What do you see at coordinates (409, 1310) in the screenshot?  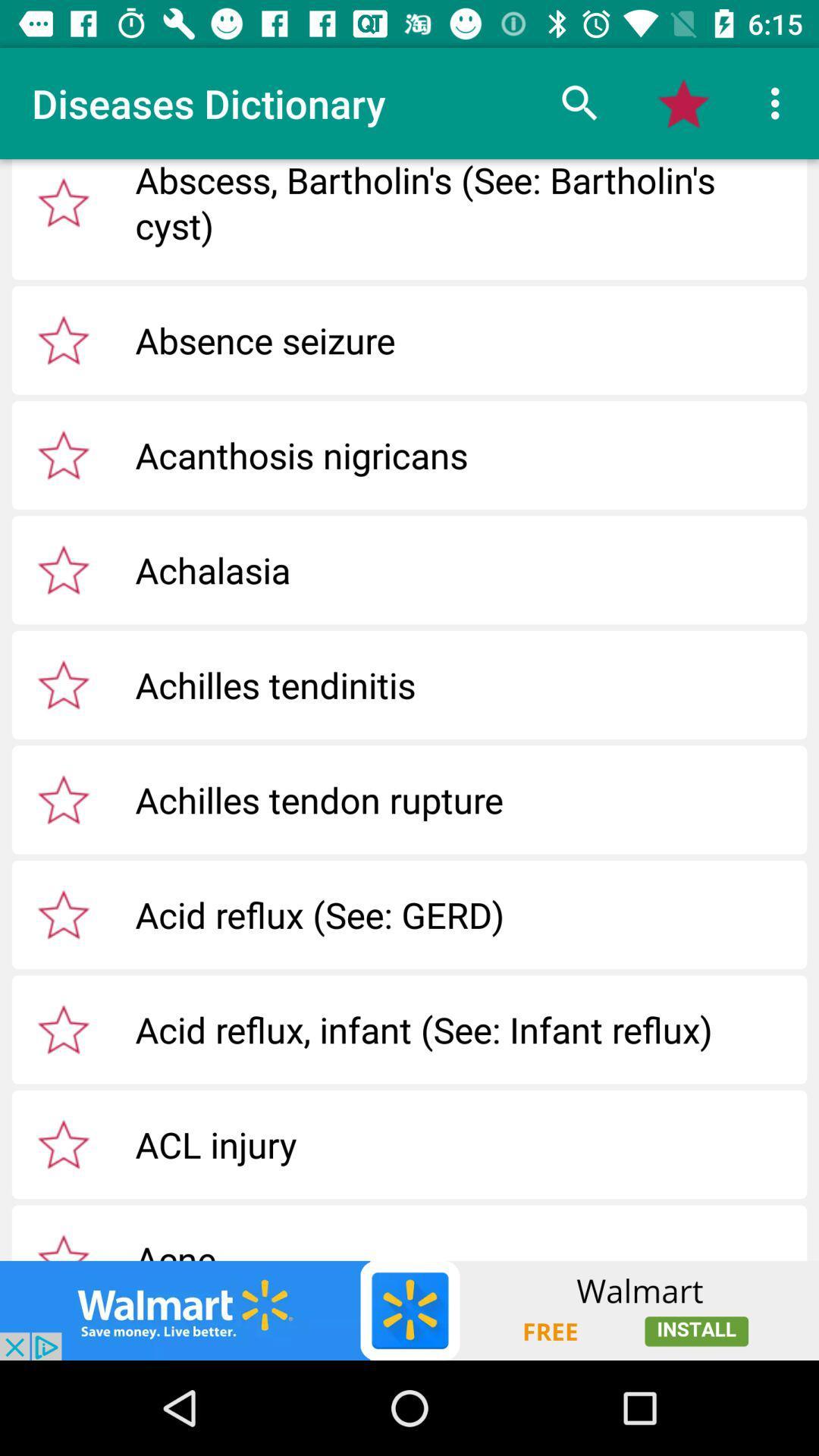 I see `advertisement in the bottom` at bounding box center [409, 1310].